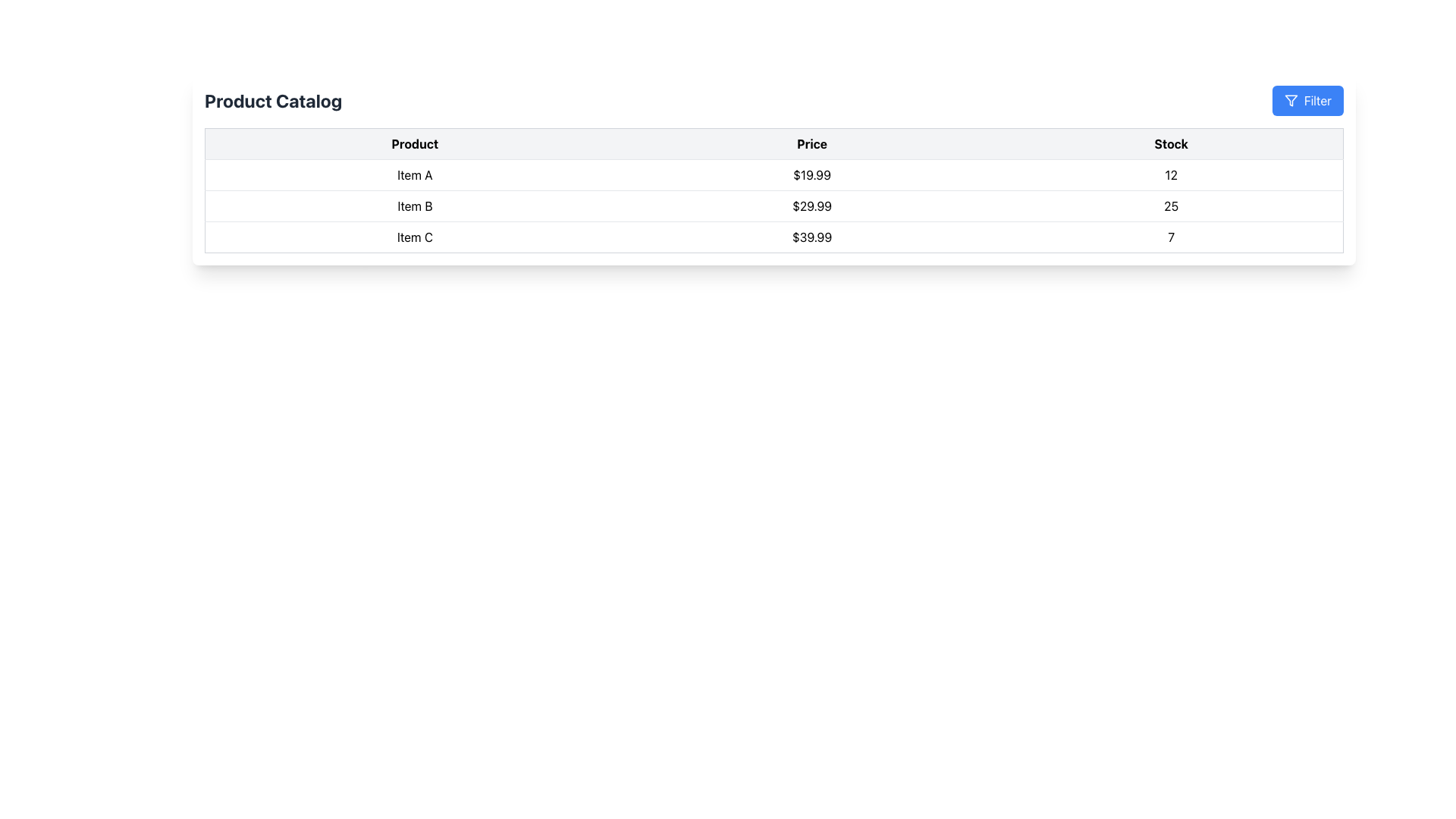 The width and height of the screenshot is (1456, 819). Describe the element at coordinates (774, 237) in the screenshot. I see `the details of the product catalog entry for 'Item C', located in the third row of the table` at that location.